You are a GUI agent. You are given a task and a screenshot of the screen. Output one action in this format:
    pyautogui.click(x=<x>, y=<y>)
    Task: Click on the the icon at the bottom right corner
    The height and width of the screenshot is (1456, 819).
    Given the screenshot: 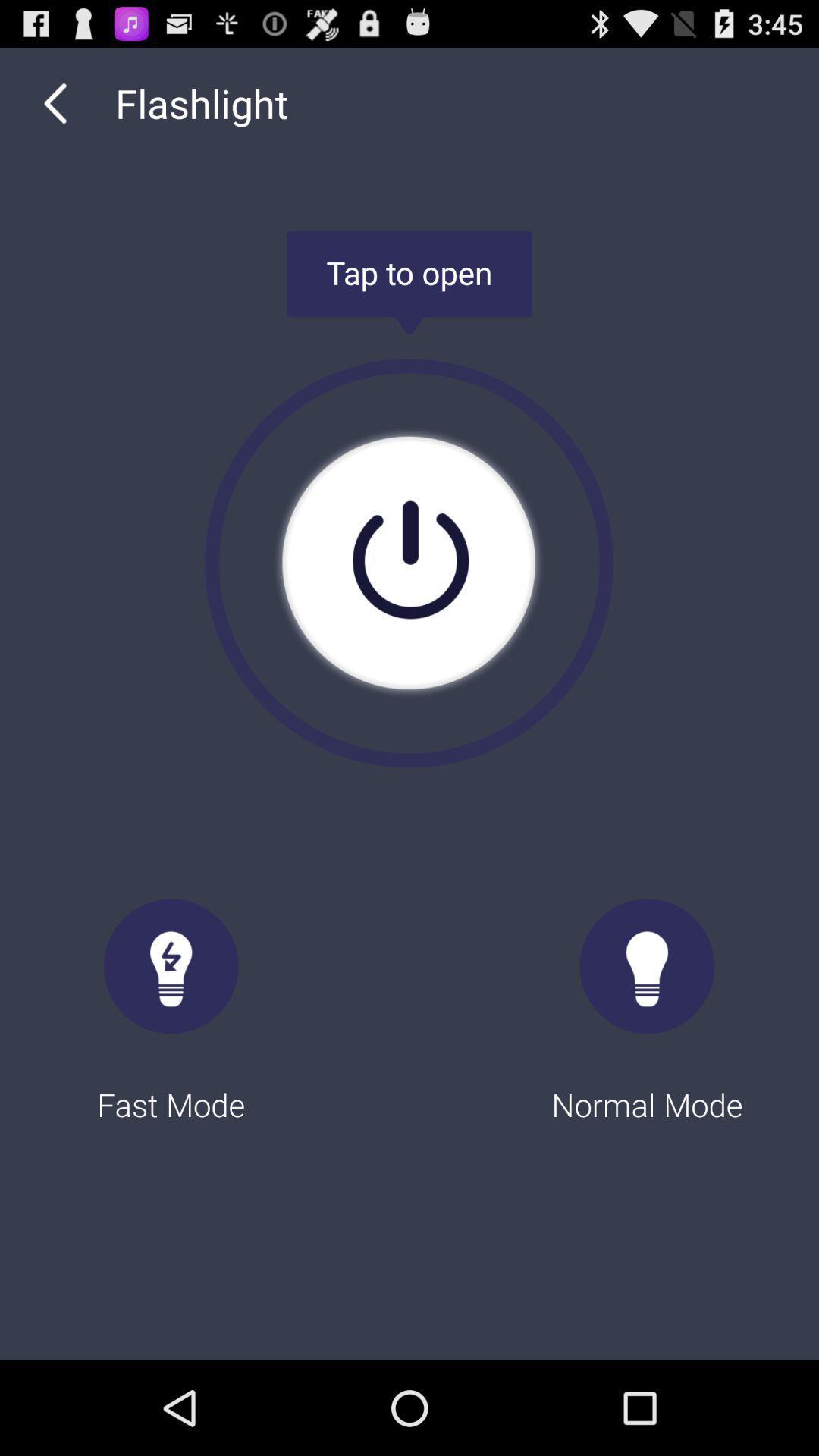 What is the action you would take?
    pyautogui.click(x=647, y=996)
    